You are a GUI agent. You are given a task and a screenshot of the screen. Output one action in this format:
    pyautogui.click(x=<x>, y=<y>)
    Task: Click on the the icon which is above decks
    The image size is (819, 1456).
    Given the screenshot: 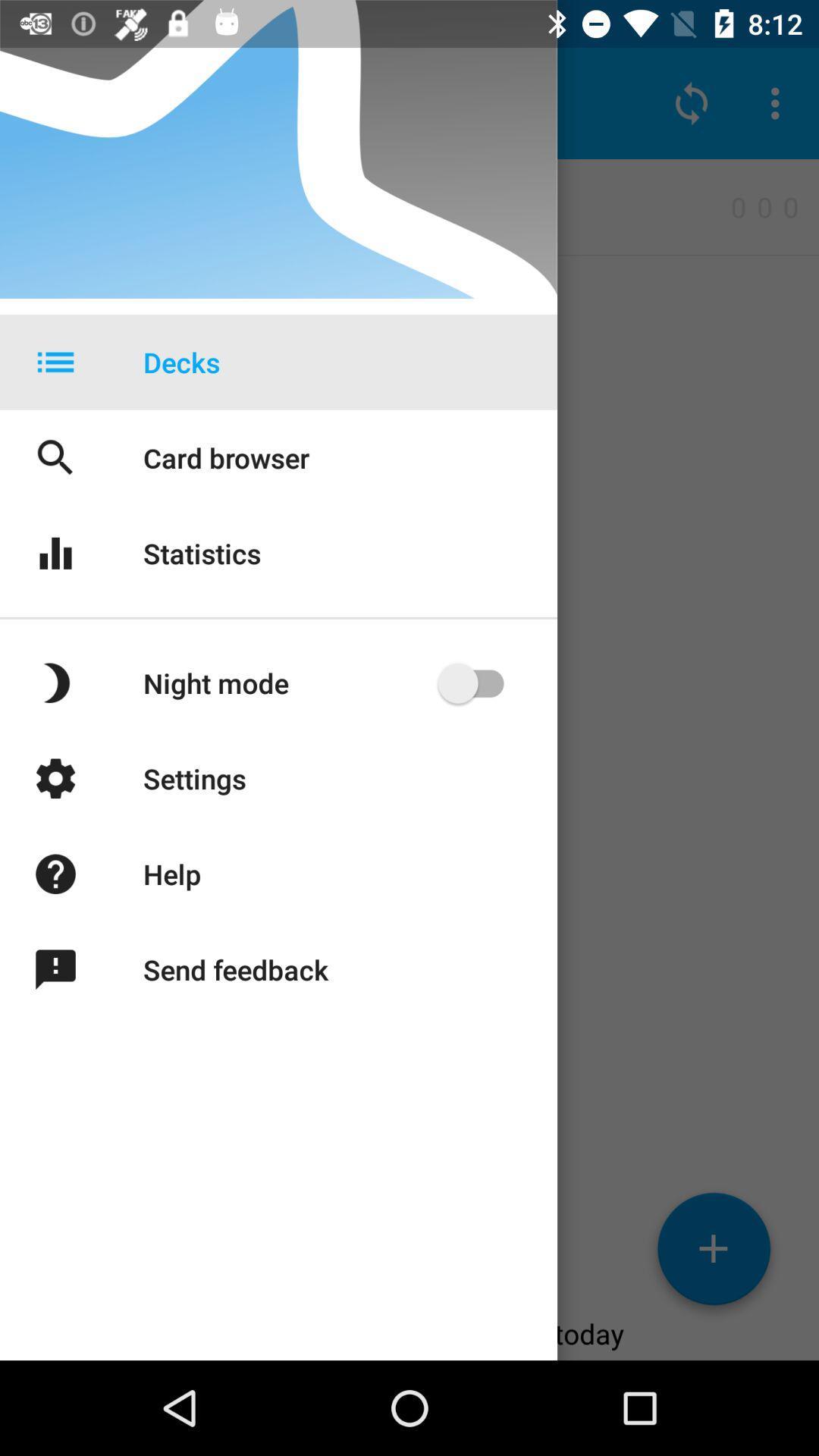 What is the action you would take?
    pyautogui.click(x=691, y=103)
    